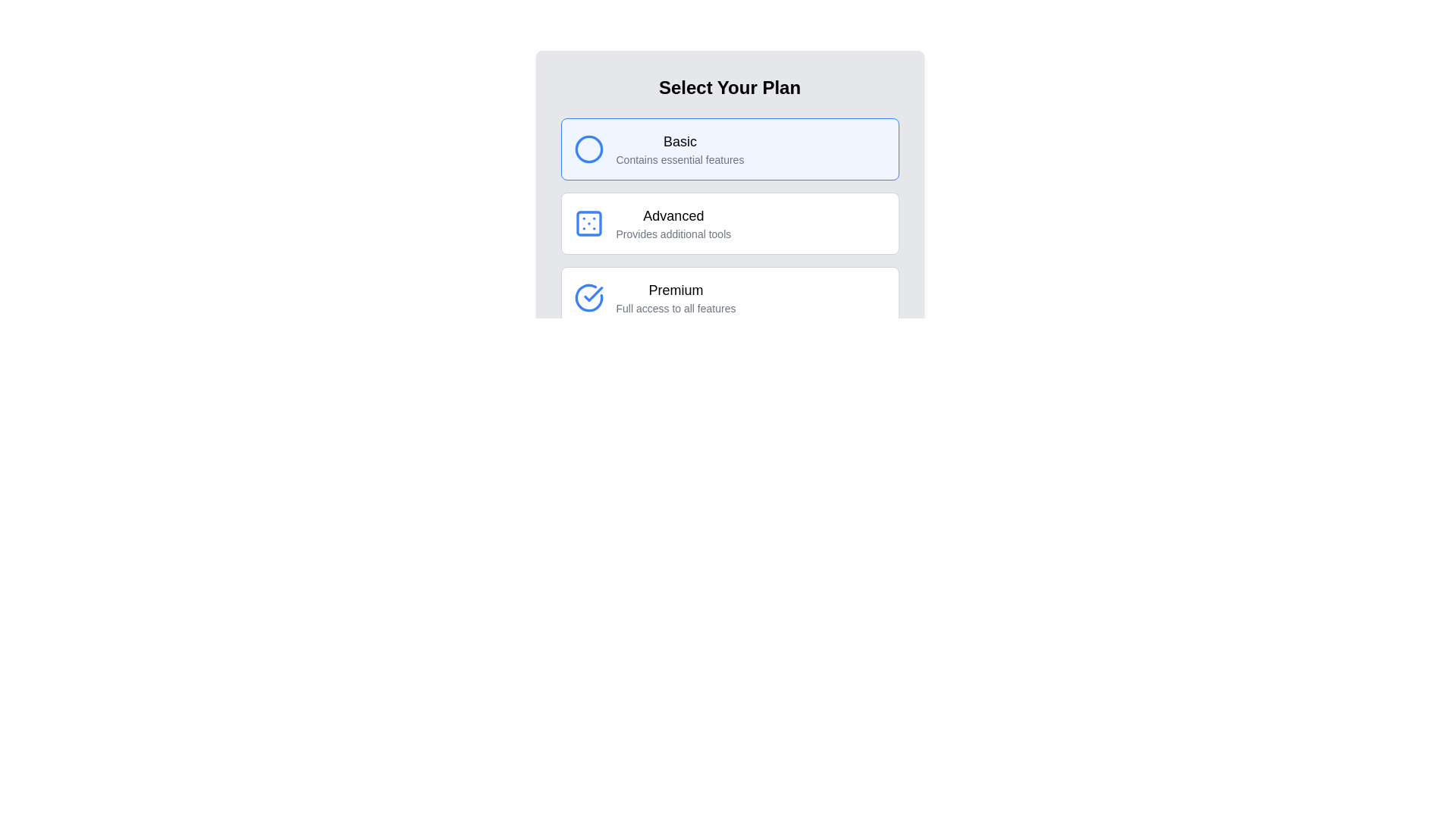  What do you see at coordinates (675, 290) in the screenshot?
I see `text label that identifies the plan category as 'Premium', which is positioned above the plan's description text within the third plan option` at bounding box center [675, 290].